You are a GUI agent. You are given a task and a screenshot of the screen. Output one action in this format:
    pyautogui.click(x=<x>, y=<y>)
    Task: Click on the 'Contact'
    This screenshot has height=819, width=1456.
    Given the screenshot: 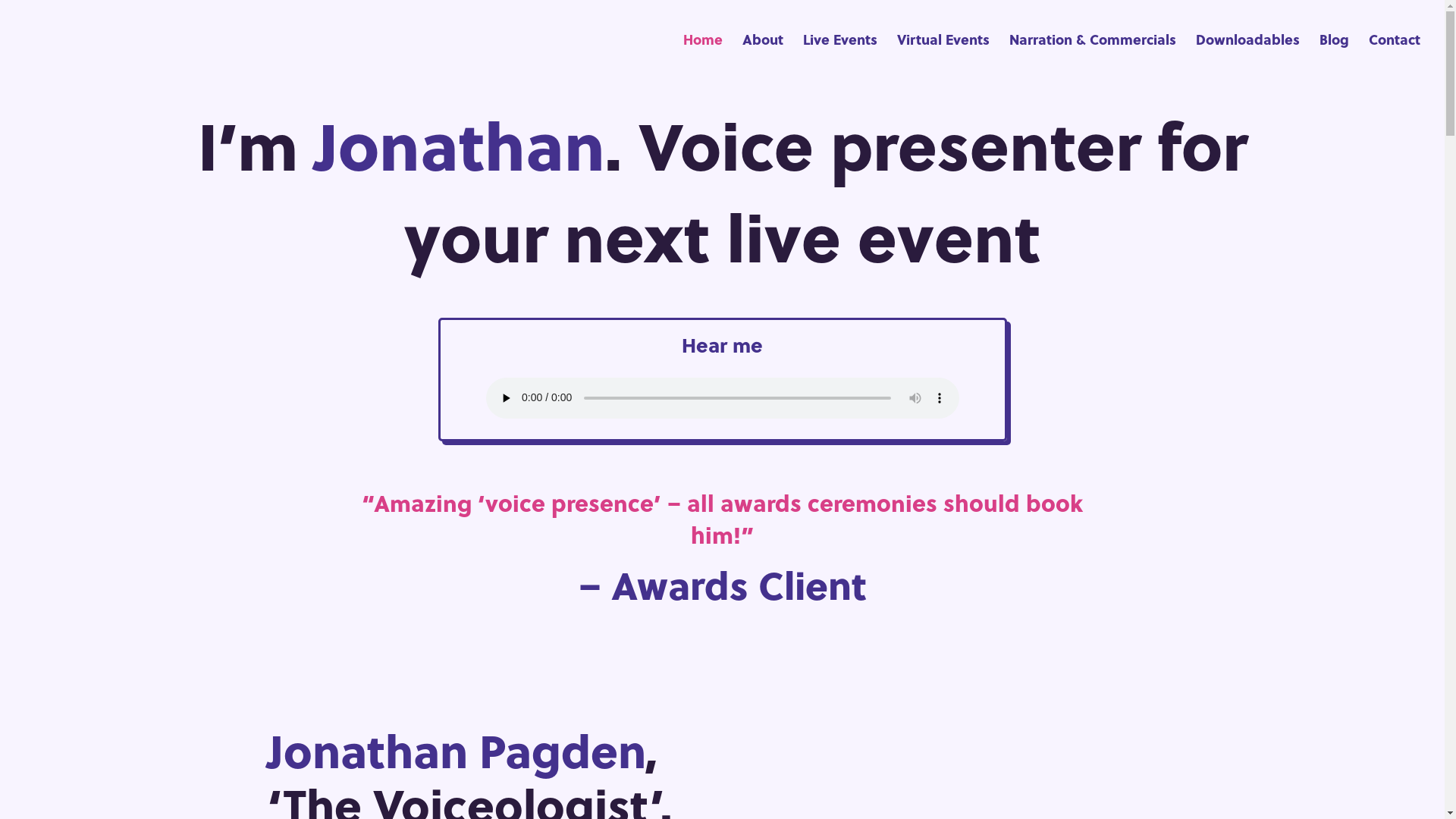 What is the action you would take?
    pyautogui.click(x=1394, y=55)
    